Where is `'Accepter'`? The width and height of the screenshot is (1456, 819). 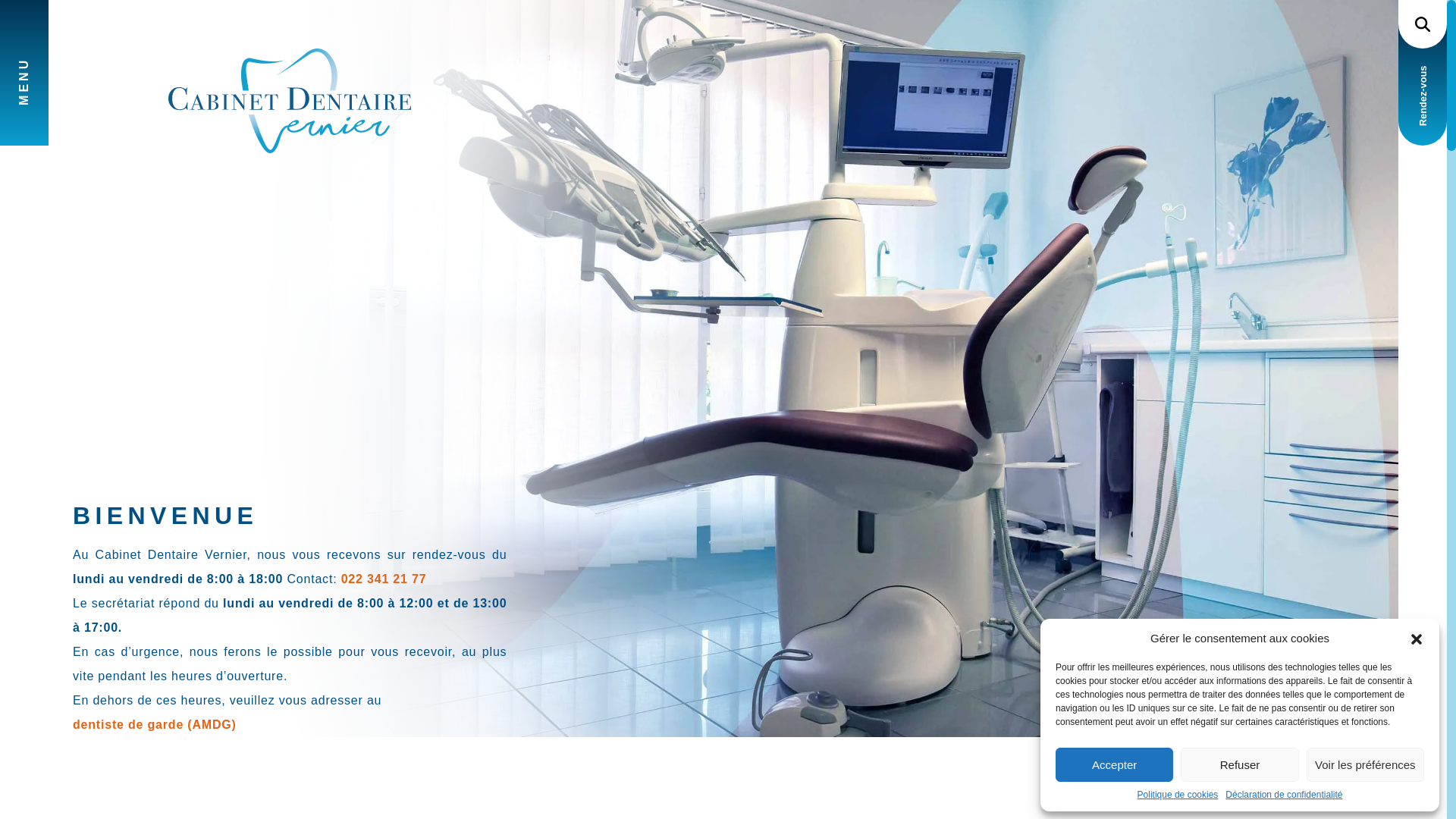 'Accepter' is located at coordinates (1114, 764).